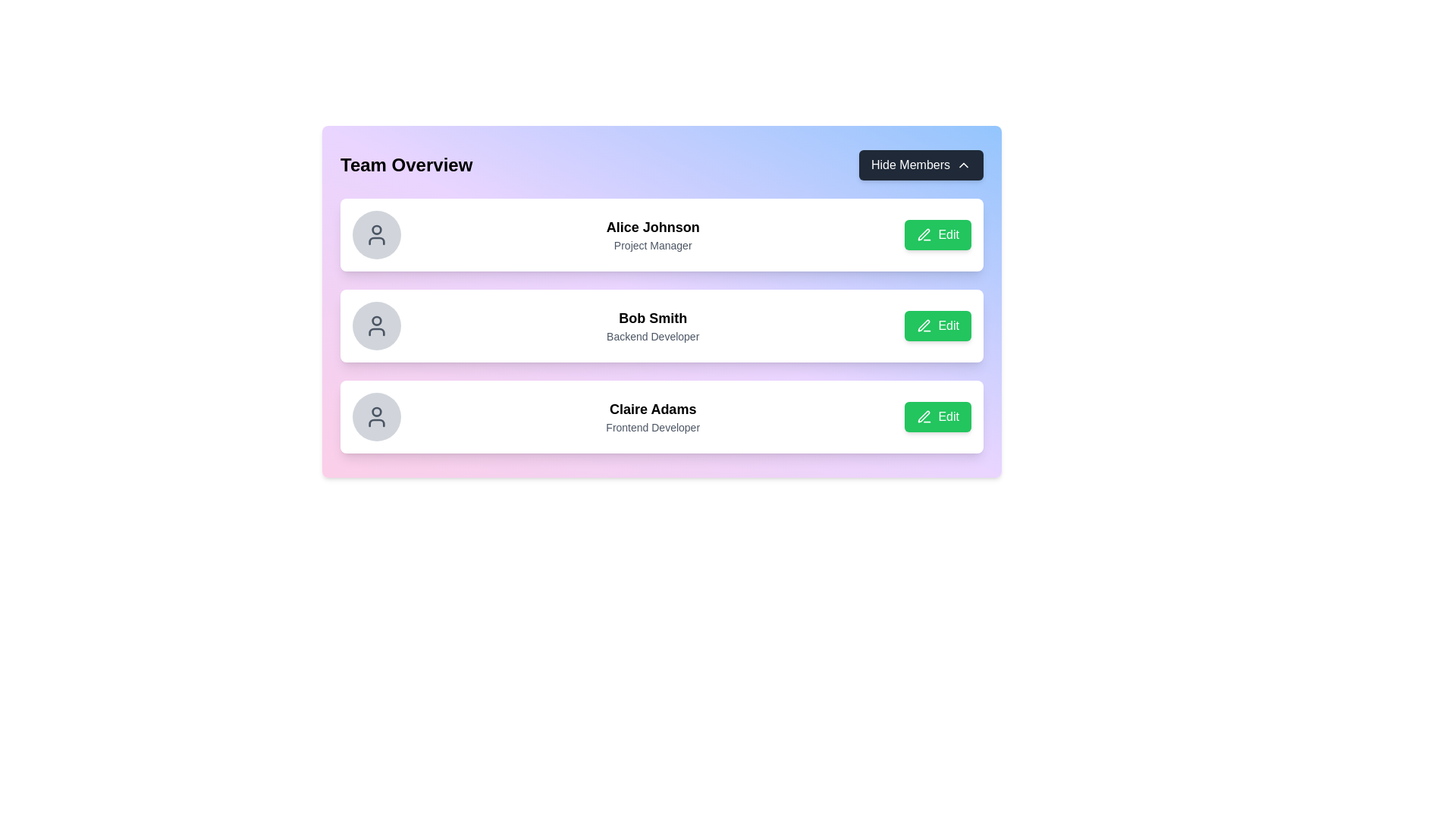  What do you see at coordinates (653, 427) in the screenshot?
I see `text label displaying 'Frontend Developer' located below the name 'Claire Adams' in the third card of the team members list` at bounding box center [653, 427].